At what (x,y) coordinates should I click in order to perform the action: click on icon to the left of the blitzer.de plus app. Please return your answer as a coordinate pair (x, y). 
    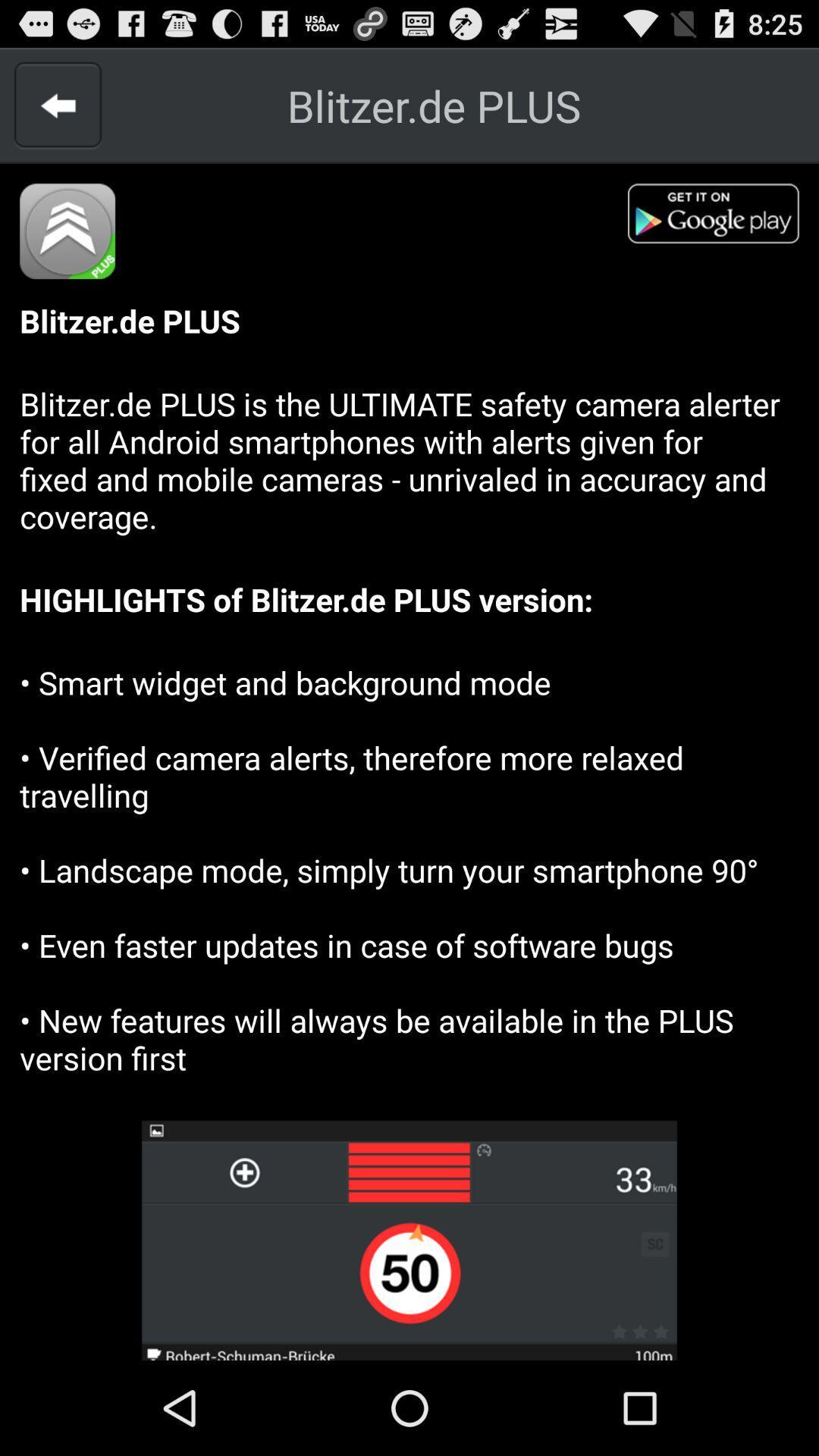
    Looking at the image, I should click on (57, 105).